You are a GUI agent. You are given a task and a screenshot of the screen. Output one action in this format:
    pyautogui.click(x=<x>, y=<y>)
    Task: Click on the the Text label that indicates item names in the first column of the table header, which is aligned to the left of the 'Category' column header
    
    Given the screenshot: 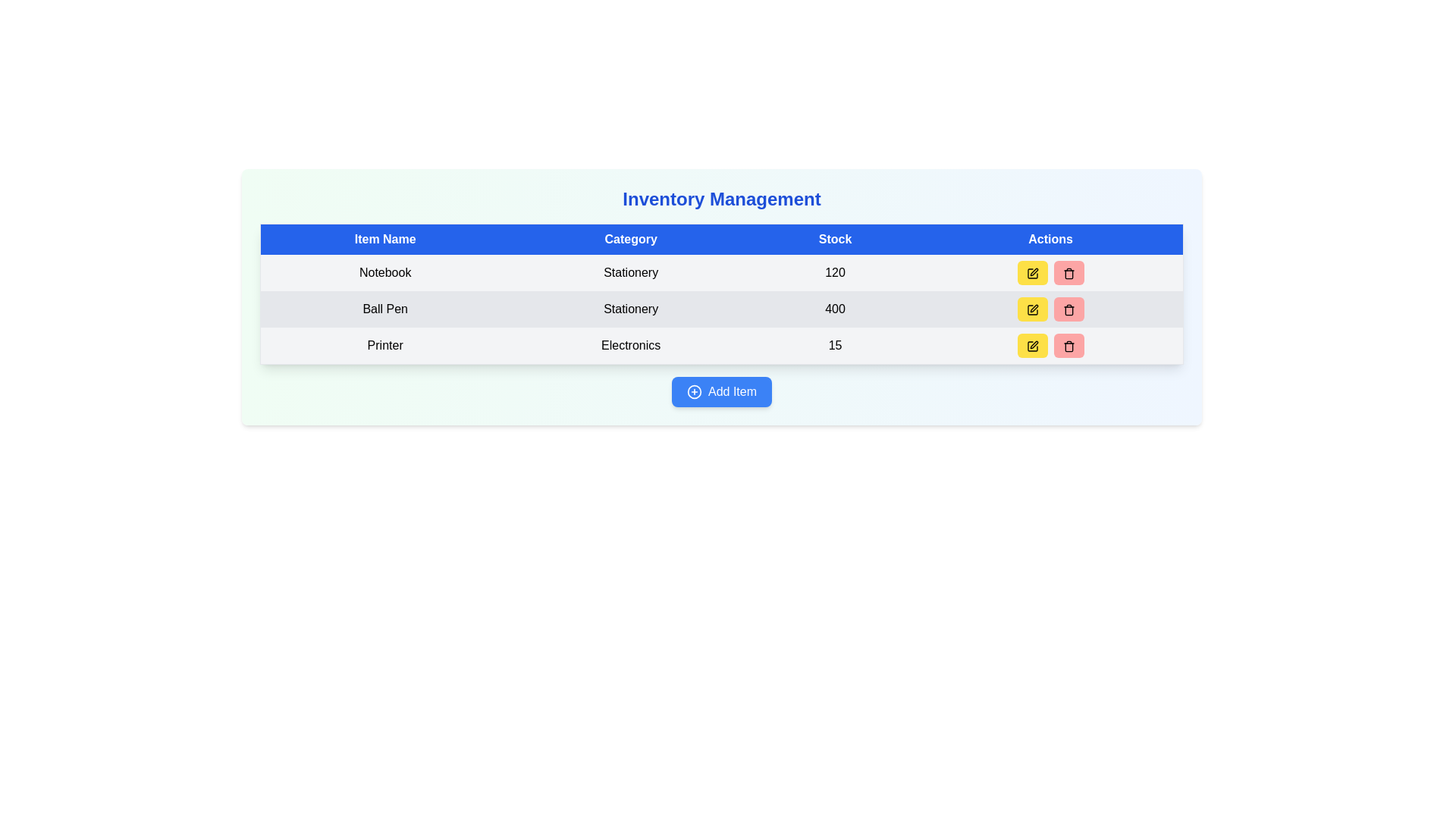 What is the action you would take?
    pyautogui.click(x=384, y=239)
    